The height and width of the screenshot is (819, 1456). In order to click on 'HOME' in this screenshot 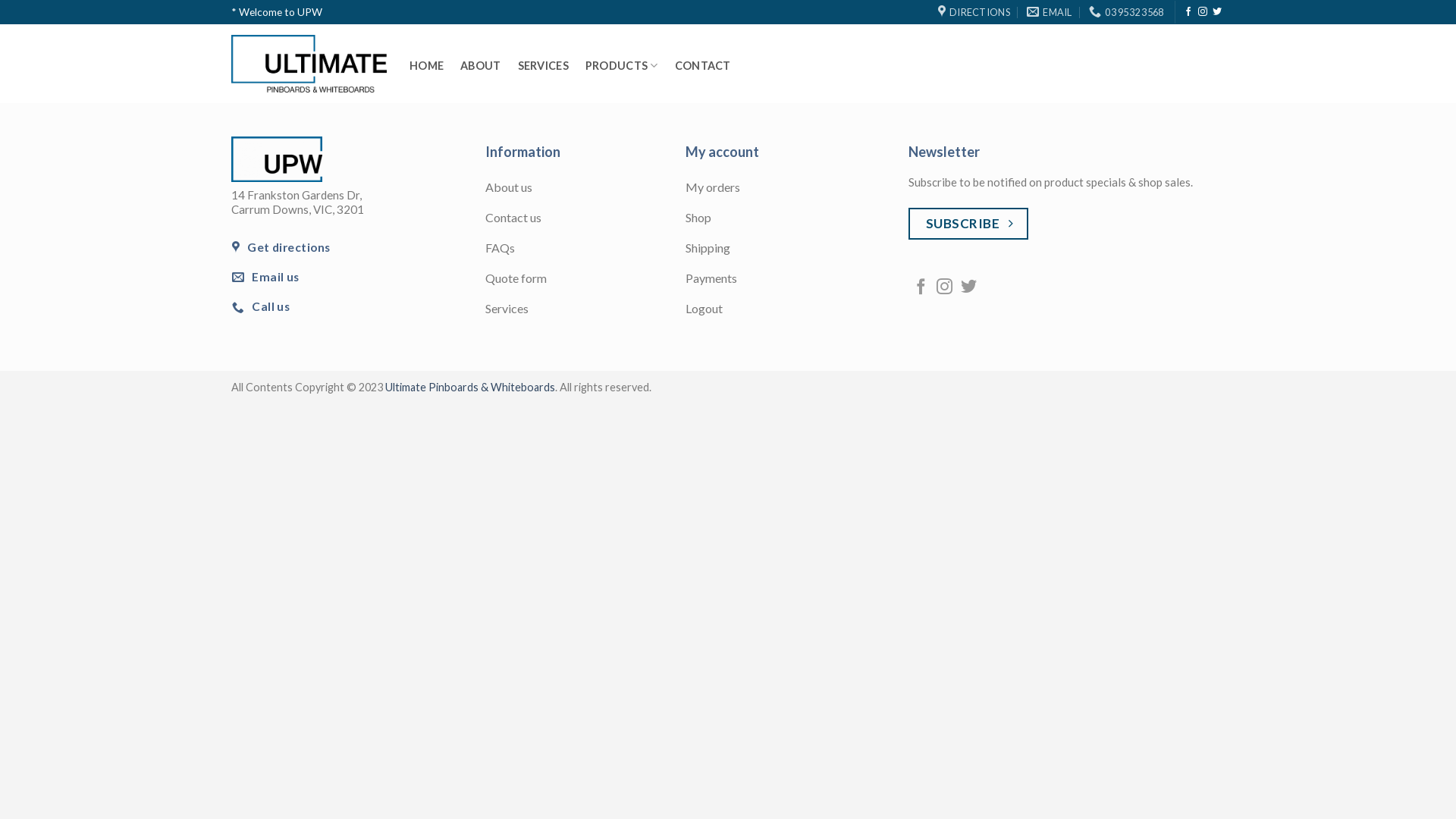, I will do `click(409, 65)`.